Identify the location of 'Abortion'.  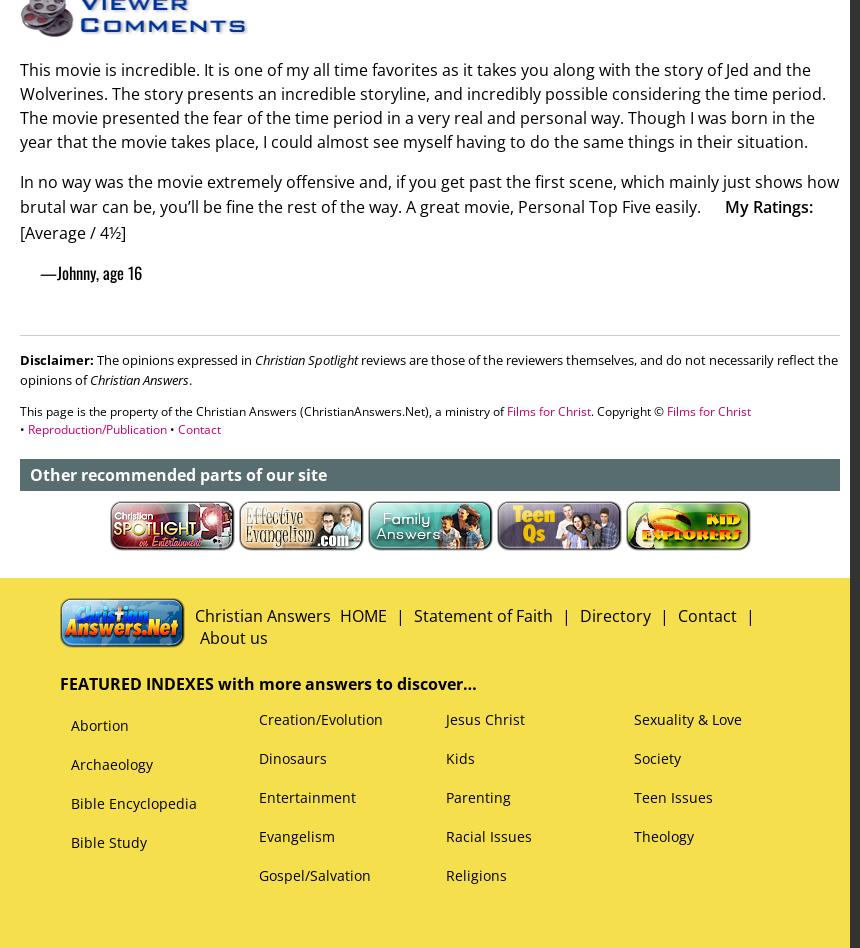
(99, 724).